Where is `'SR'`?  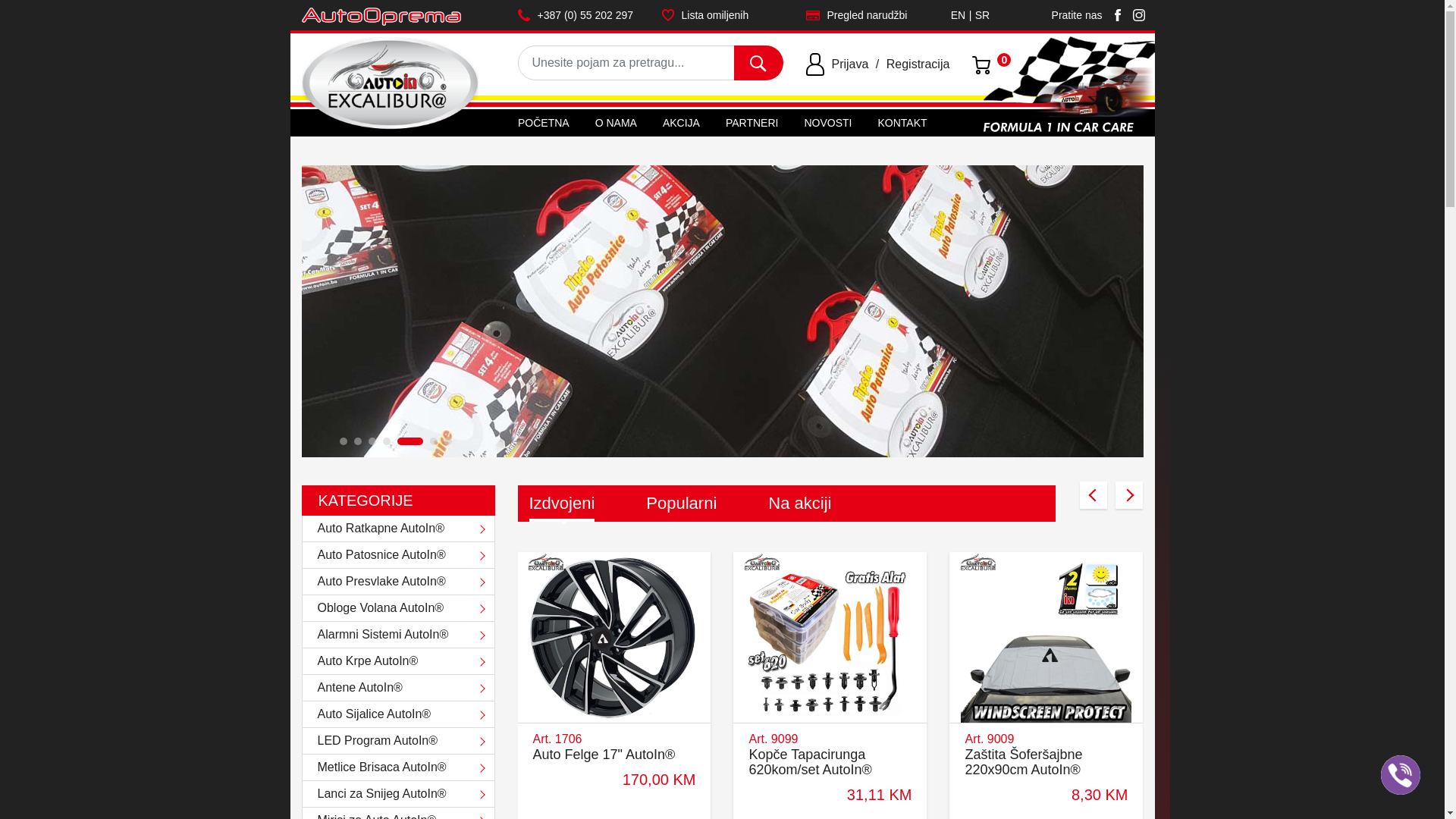
'SR' is located at coordinates (982, 20).